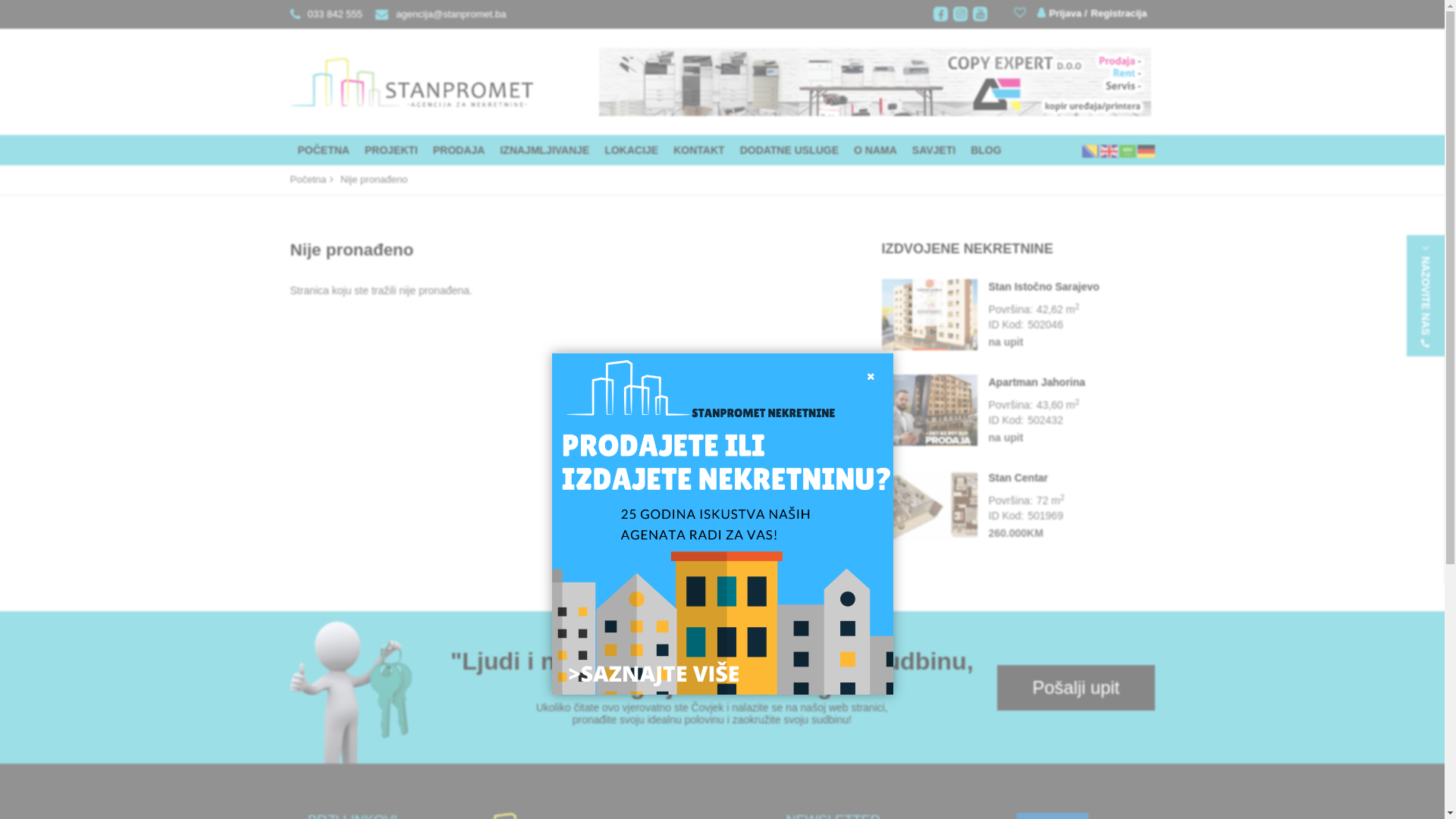  I want to click on 'Bosanski', so click(1090, 149).